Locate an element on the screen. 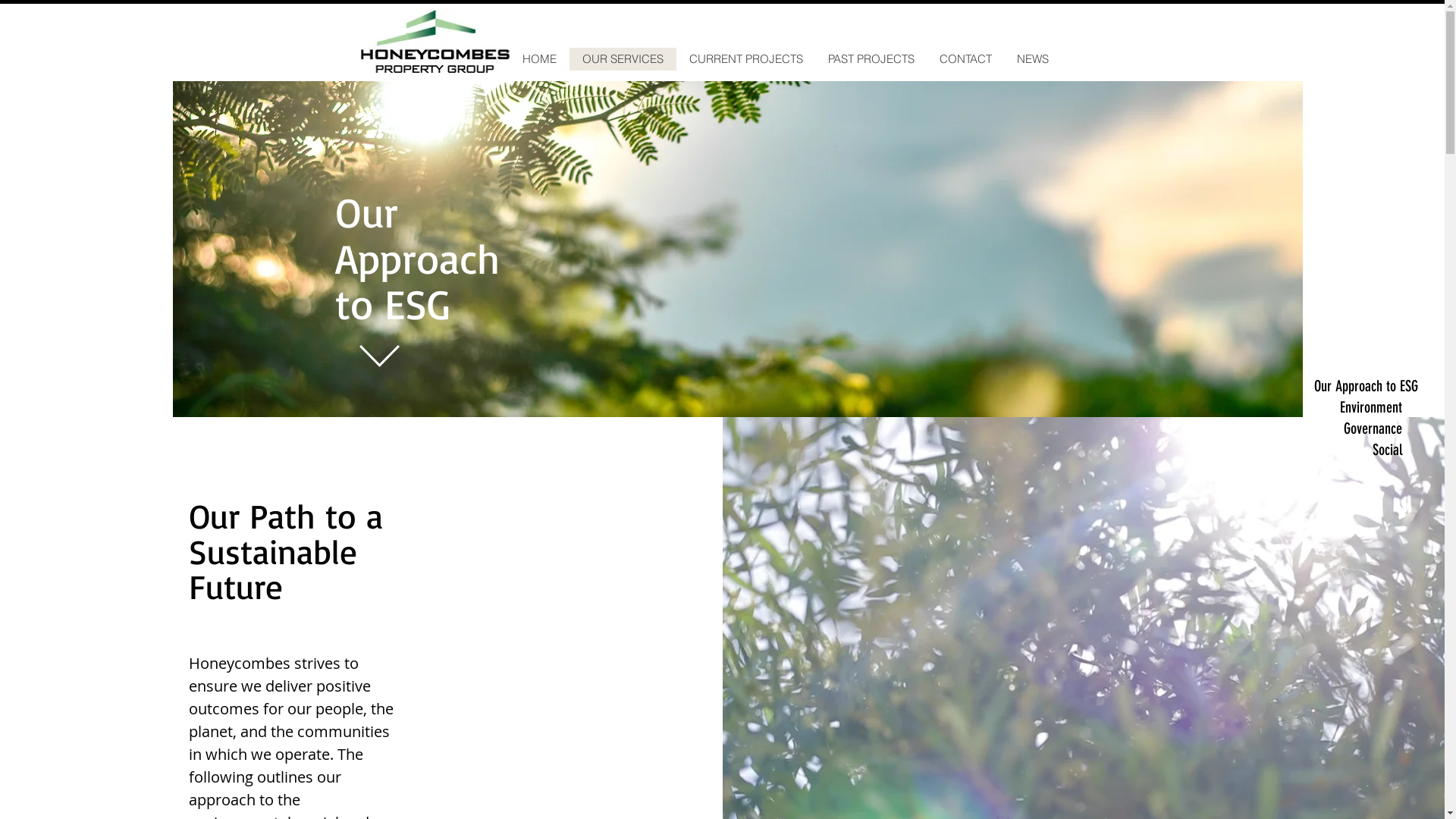 The height and width of the screenshot is (819, 1456). 'Governance' is located at coordinates (1357, 428).